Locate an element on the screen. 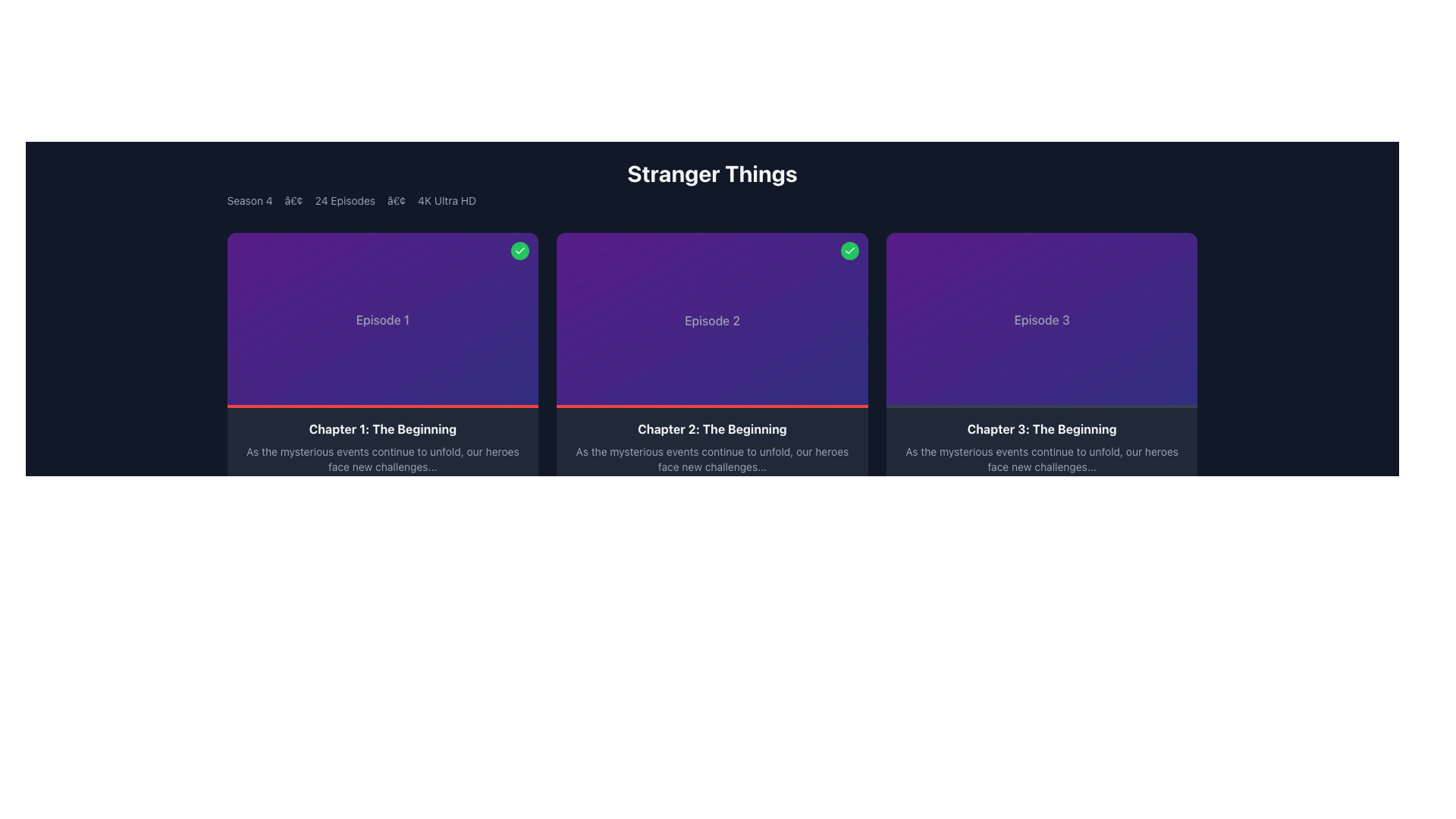 Image resolution: width=1456 pixels, height=819 pixels. the text label indicating the episode number of the content in the second card of the horizontally aligned row is located at coordinates (711, 319).